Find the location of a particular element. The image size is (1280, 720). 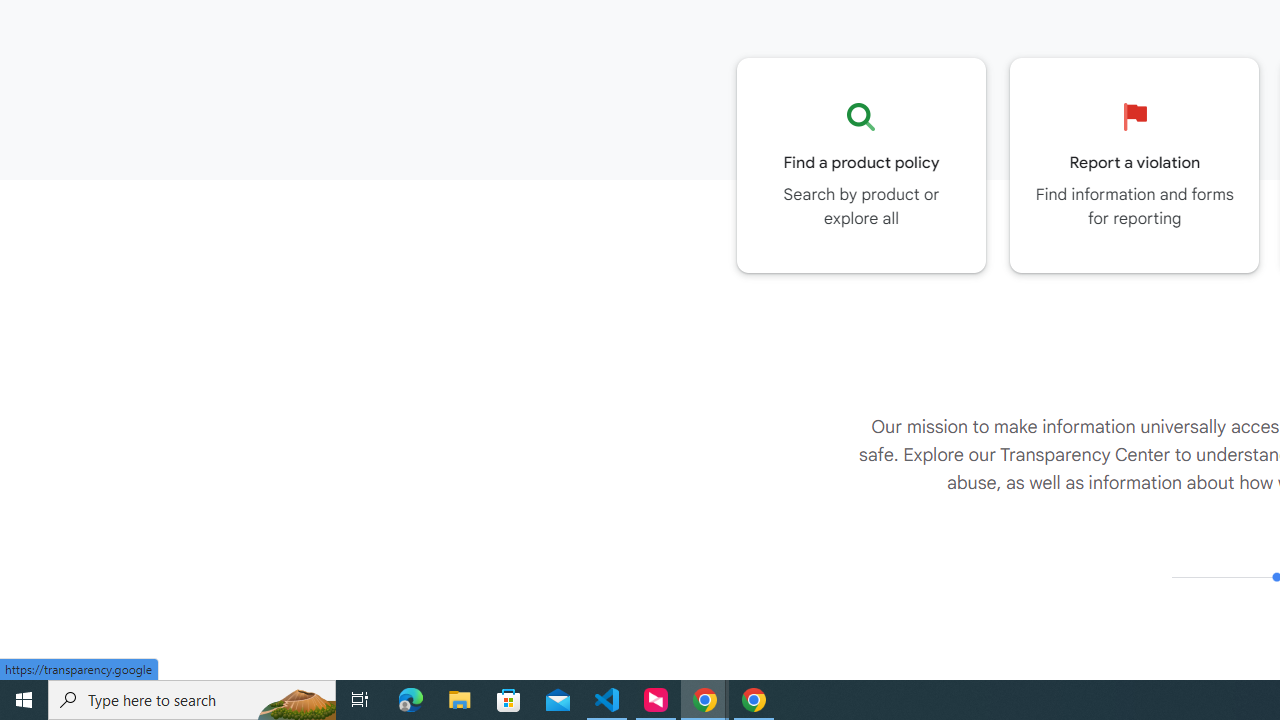

'Go to the Reporting and appeals page' is located at coordinates (1134, 164).